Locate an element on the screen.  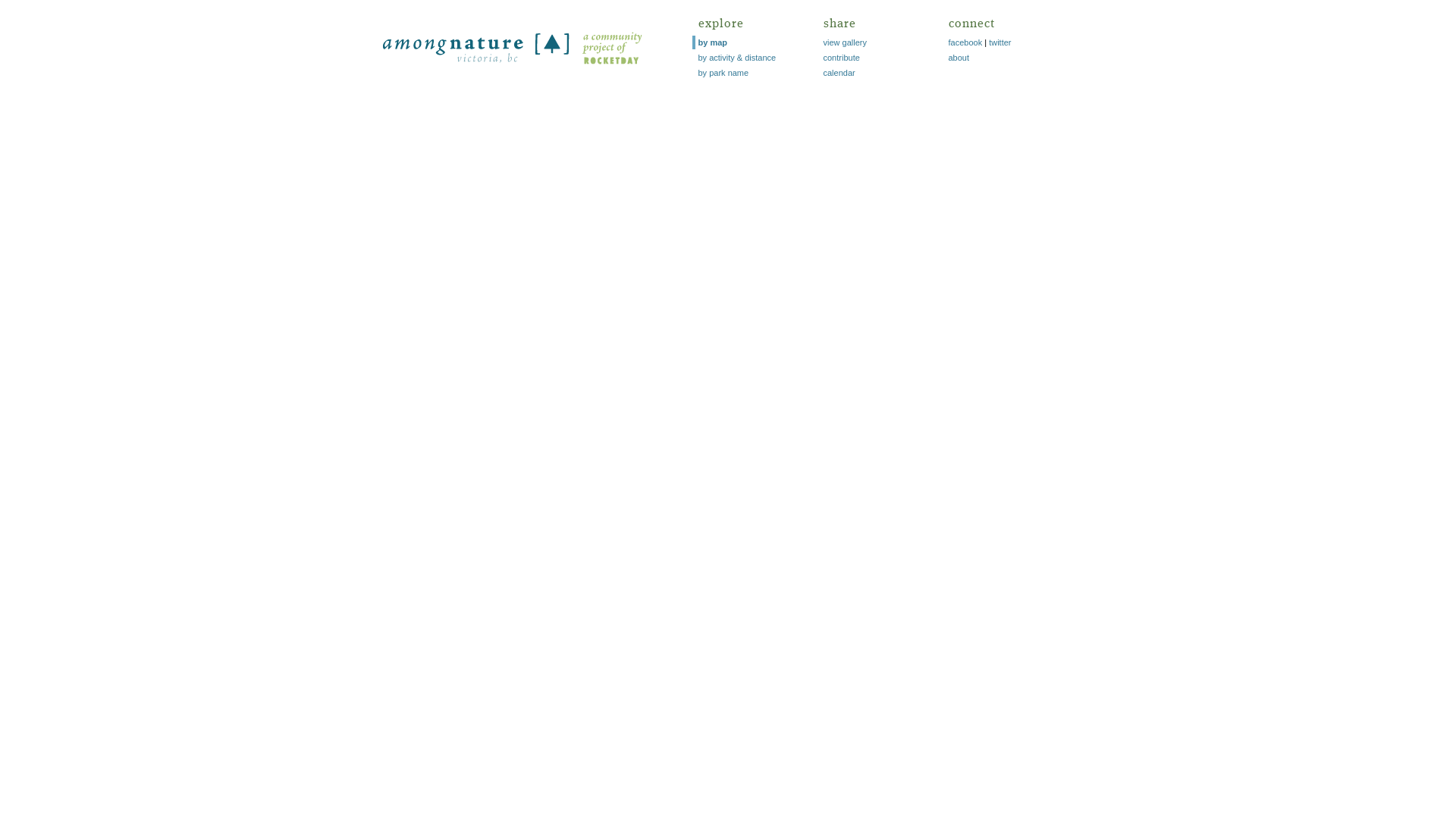
'facebook' is located at coordinates (964, 42).